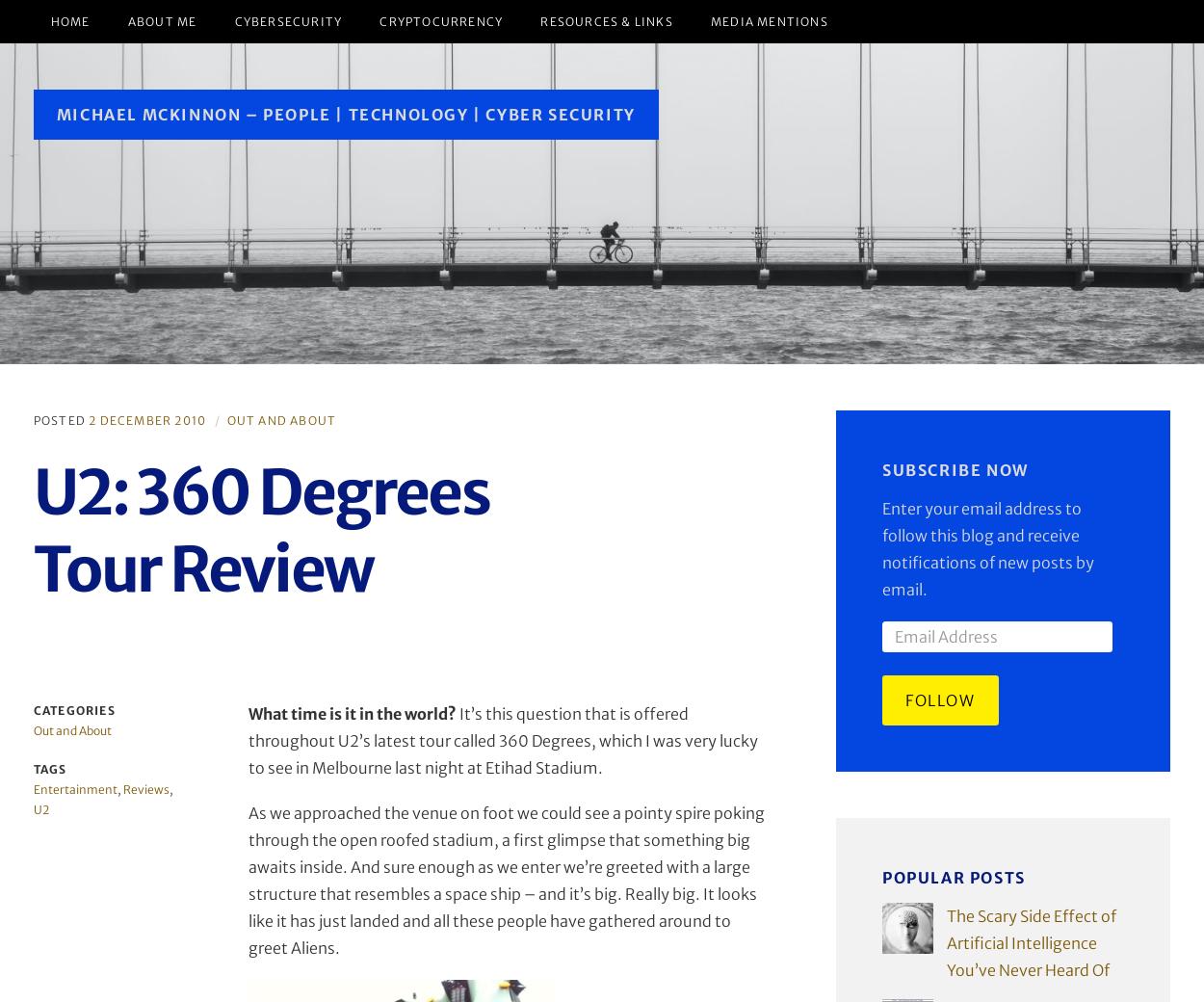  I want to click on '2 December 2010', so click(147, 419).